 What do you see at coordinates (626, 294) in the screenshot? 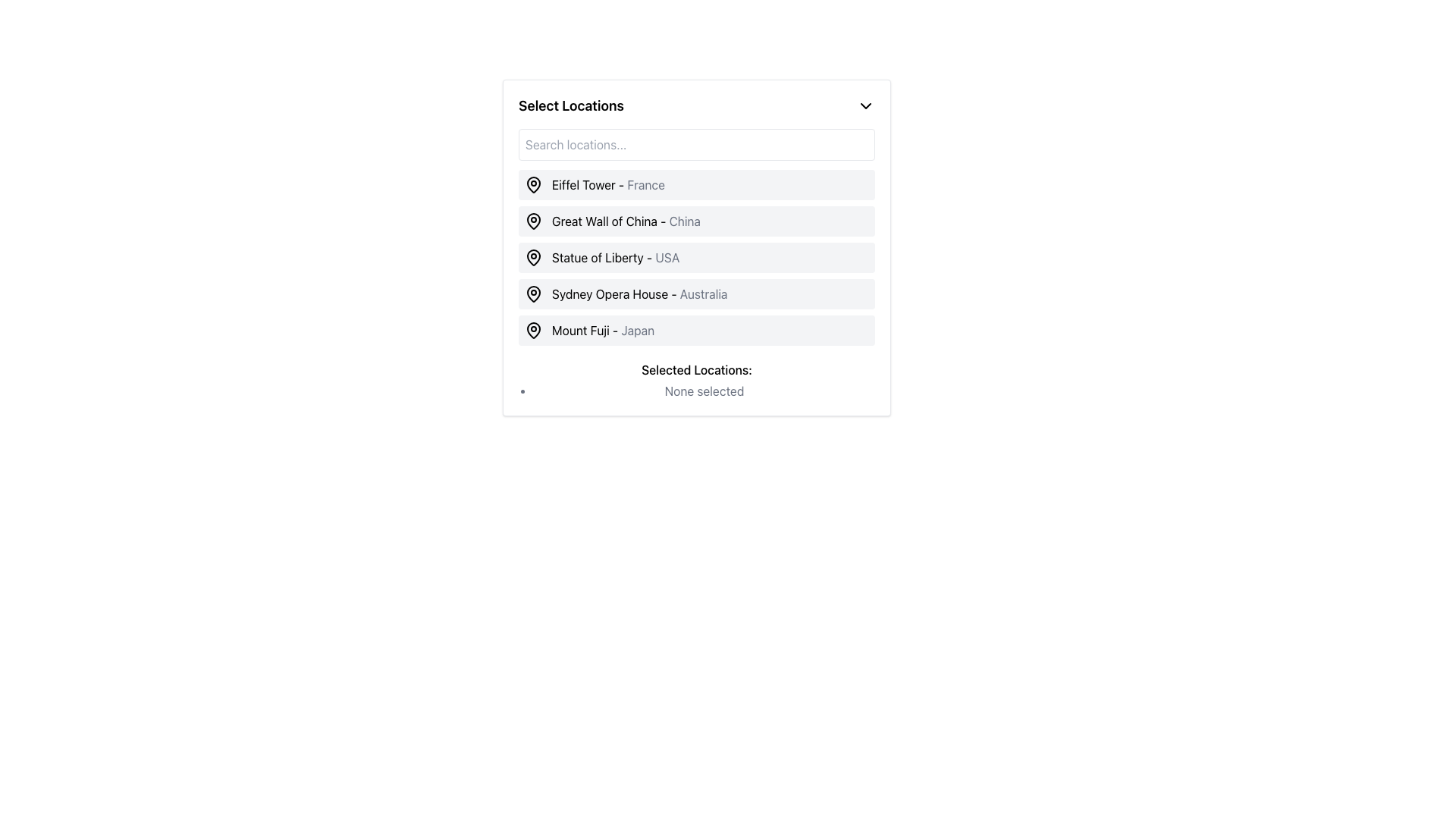
I see `the list item labeled 'Sydney Opera House - Australia'` at bounding box center [626, 294].